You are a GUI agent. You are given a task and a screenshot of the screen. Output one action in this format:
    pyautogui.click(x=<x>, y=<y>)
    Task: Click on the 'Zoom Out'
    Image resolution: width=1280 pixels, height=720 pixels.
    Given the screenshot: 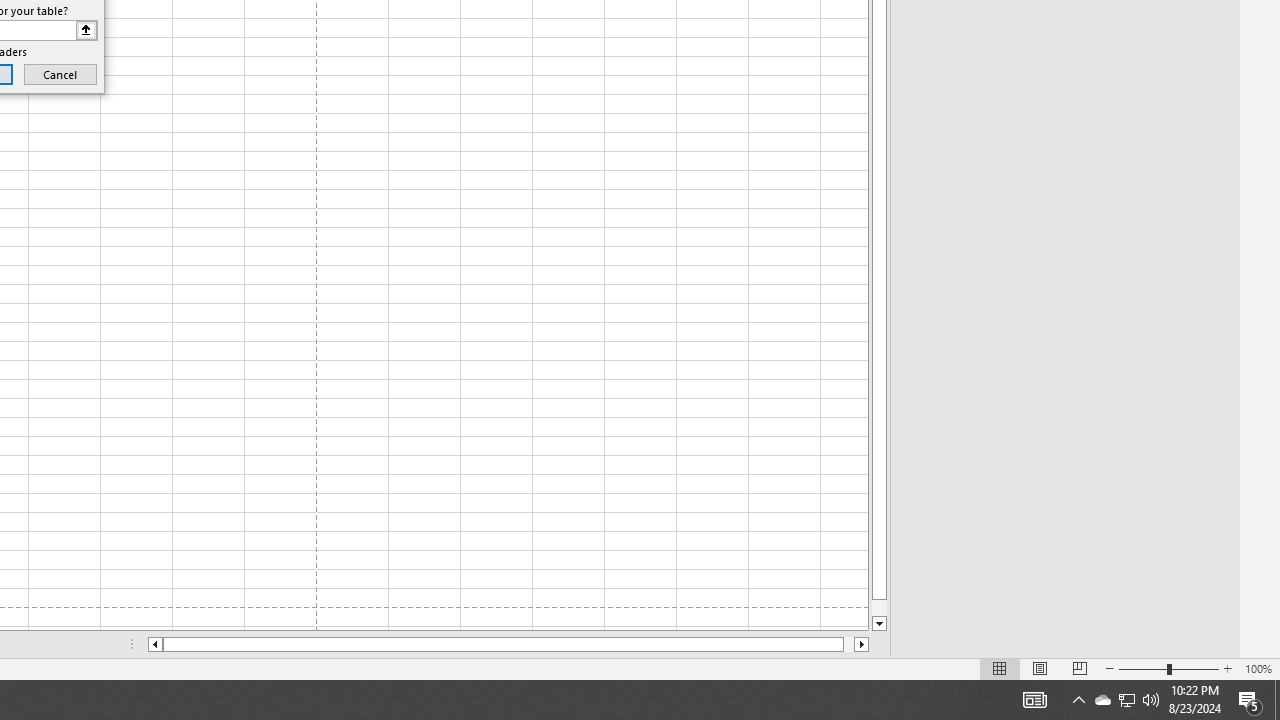 What is the action you would take?
    pyautogui.click(x=1143, y=669)
    